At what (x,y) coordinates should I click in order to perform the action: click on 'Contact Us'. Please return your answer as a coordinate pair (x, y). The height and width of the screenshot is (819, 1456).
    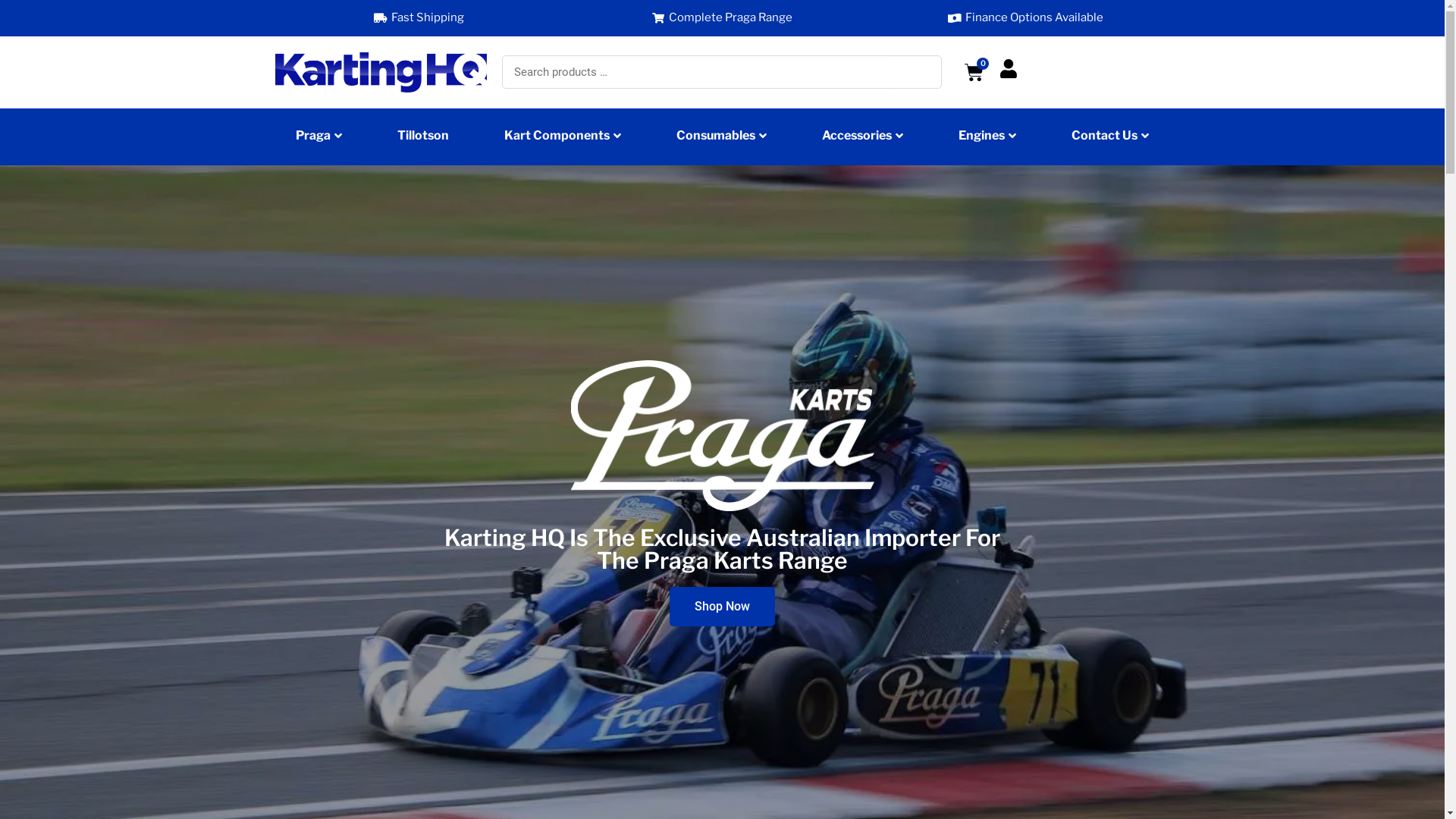
    Looking at the image, I should click on (1110, 137).